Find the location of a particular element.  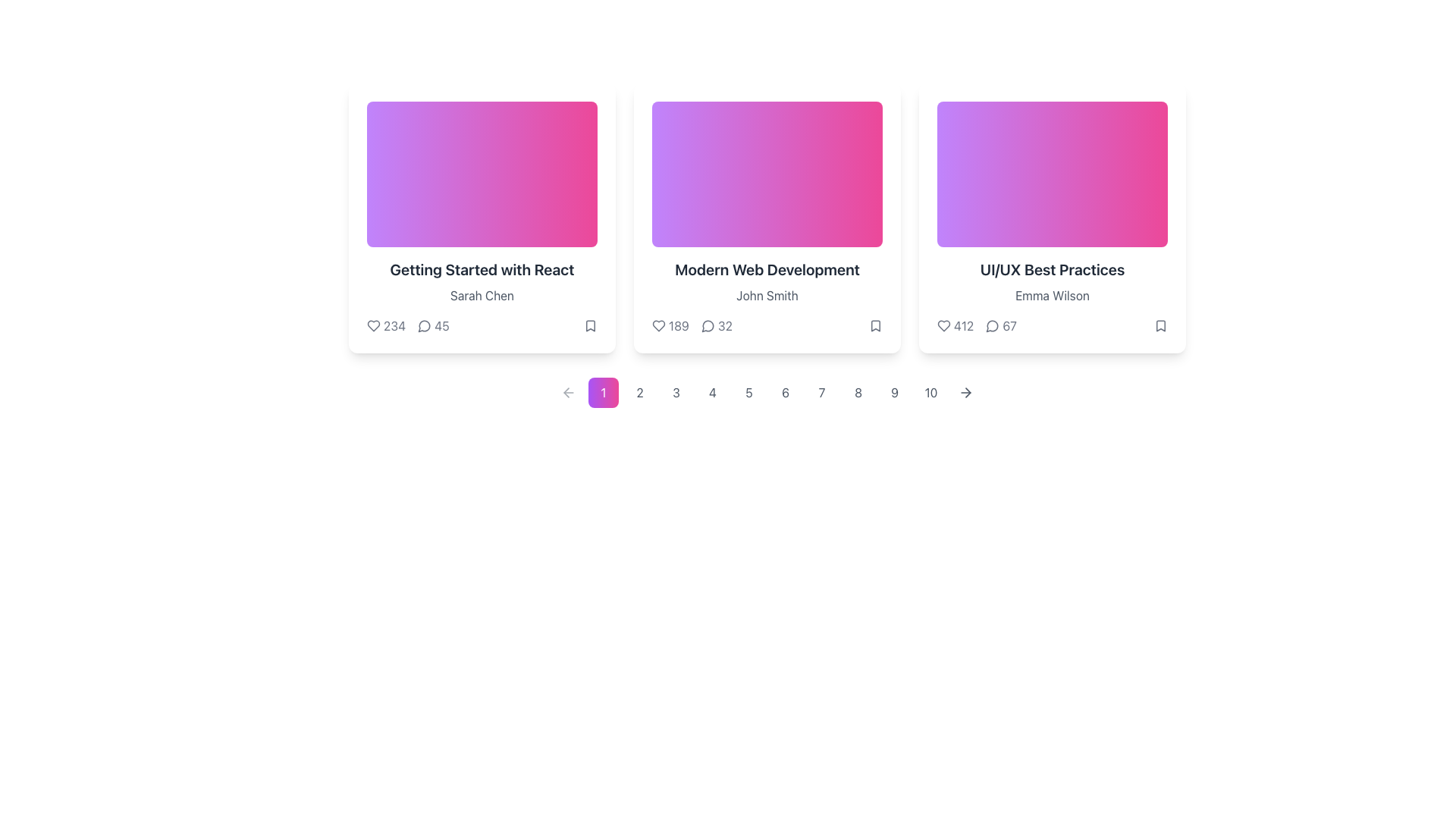

the leftward-pointing arrow icon button located in the bottom section of the page is located at coordinates (567, 391).